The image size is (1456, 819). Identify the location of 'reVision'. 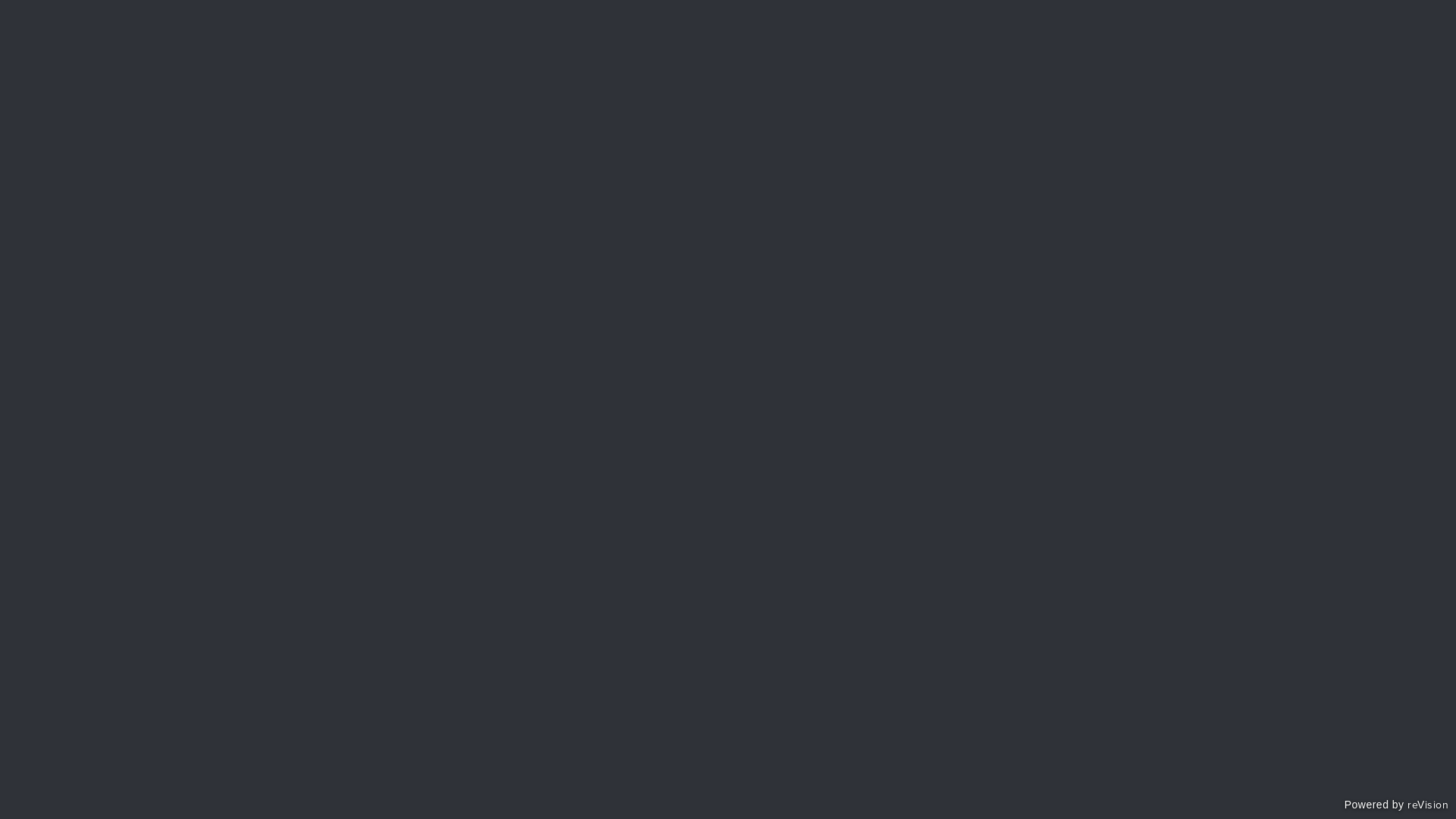
(1426, 806).